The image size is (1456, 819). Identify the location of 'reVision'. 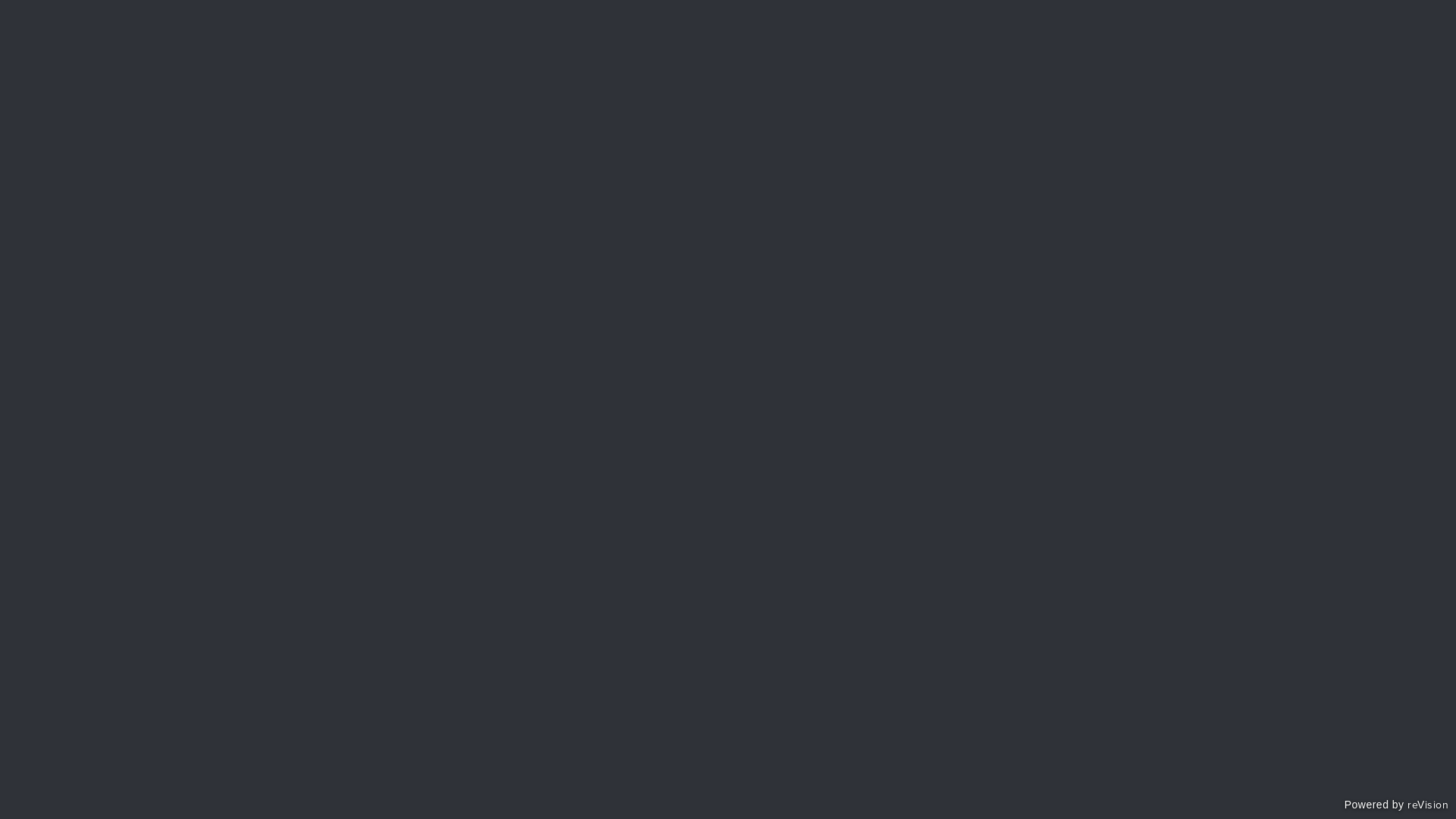
(1426, 806).